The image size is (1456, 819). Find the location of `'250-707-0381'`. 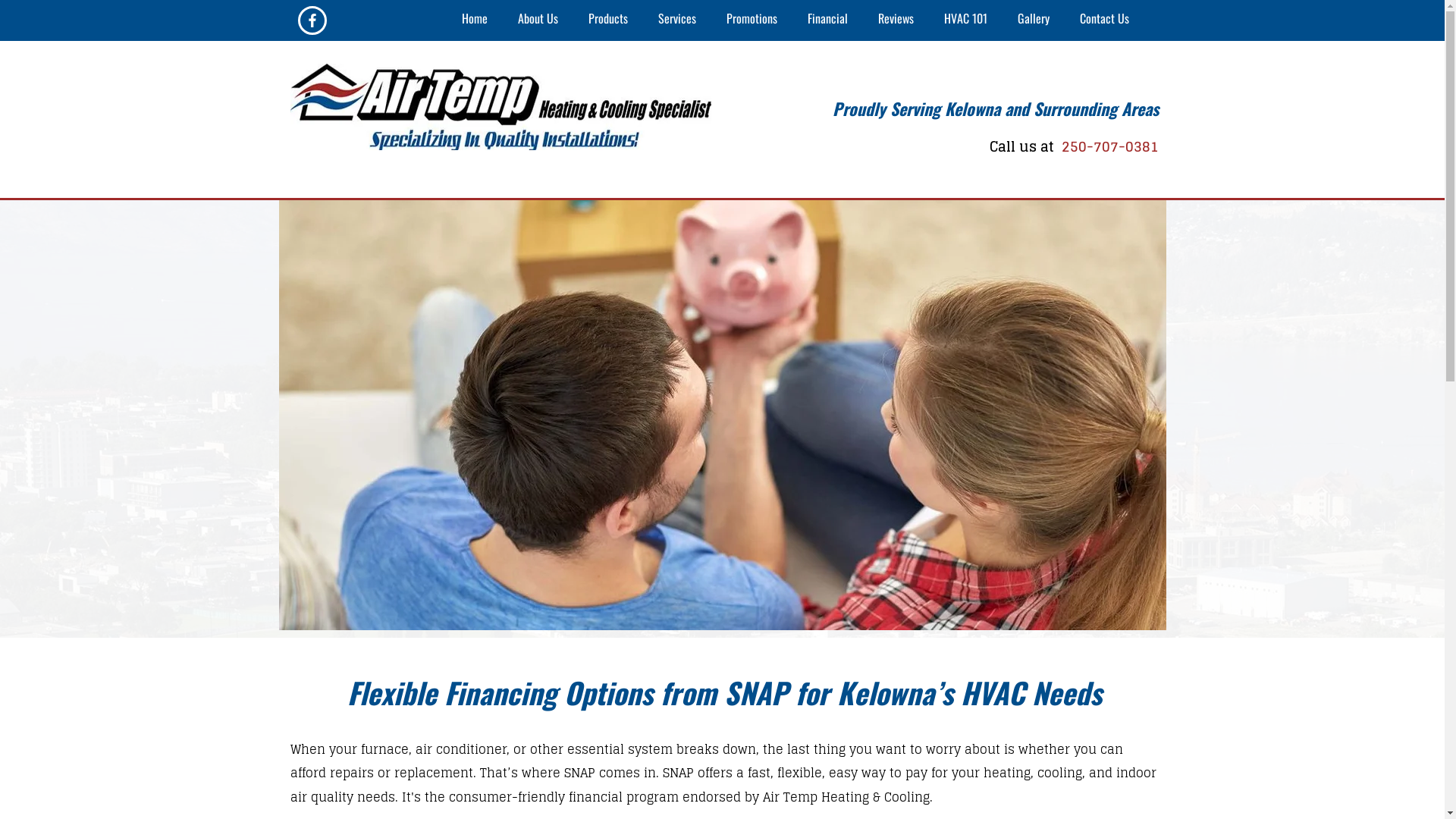

'250-707-0381' is located at coordinates (1056, 146).